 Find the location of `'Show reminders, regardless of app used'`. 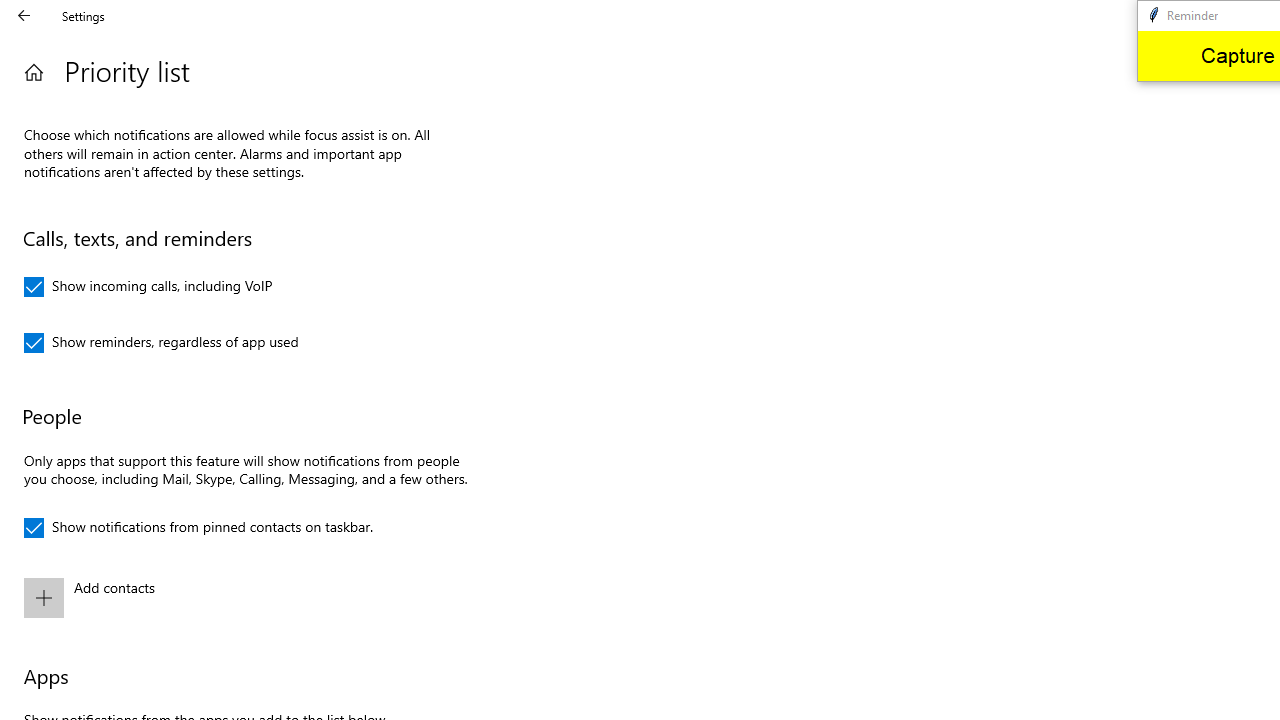

'Show reminders, regardless of app used' is located at coordinates (161, 342).